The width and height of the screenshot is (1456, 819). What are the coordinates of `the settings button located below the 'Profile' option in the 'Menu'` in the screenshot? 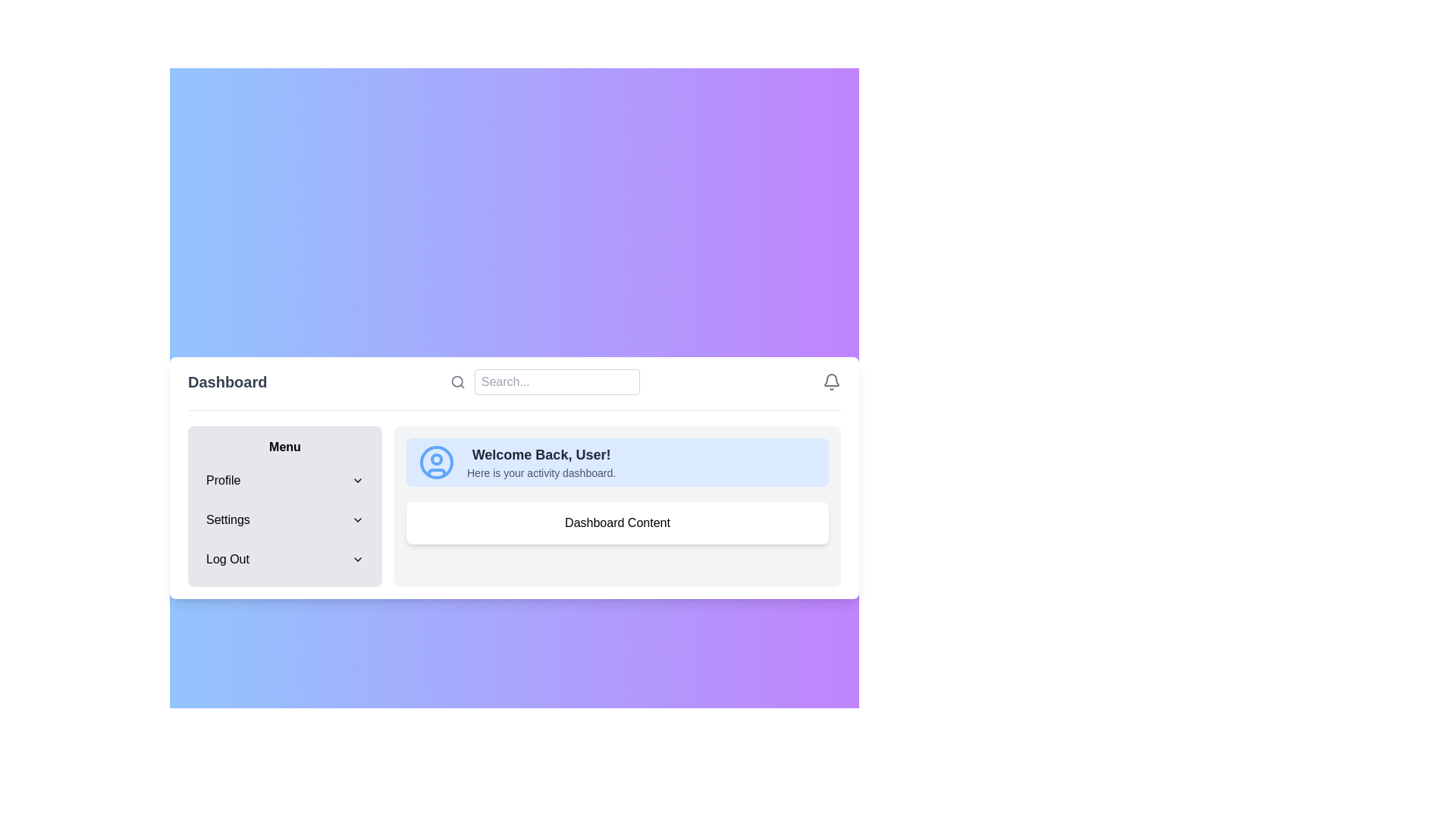 It's located at (284, 519).